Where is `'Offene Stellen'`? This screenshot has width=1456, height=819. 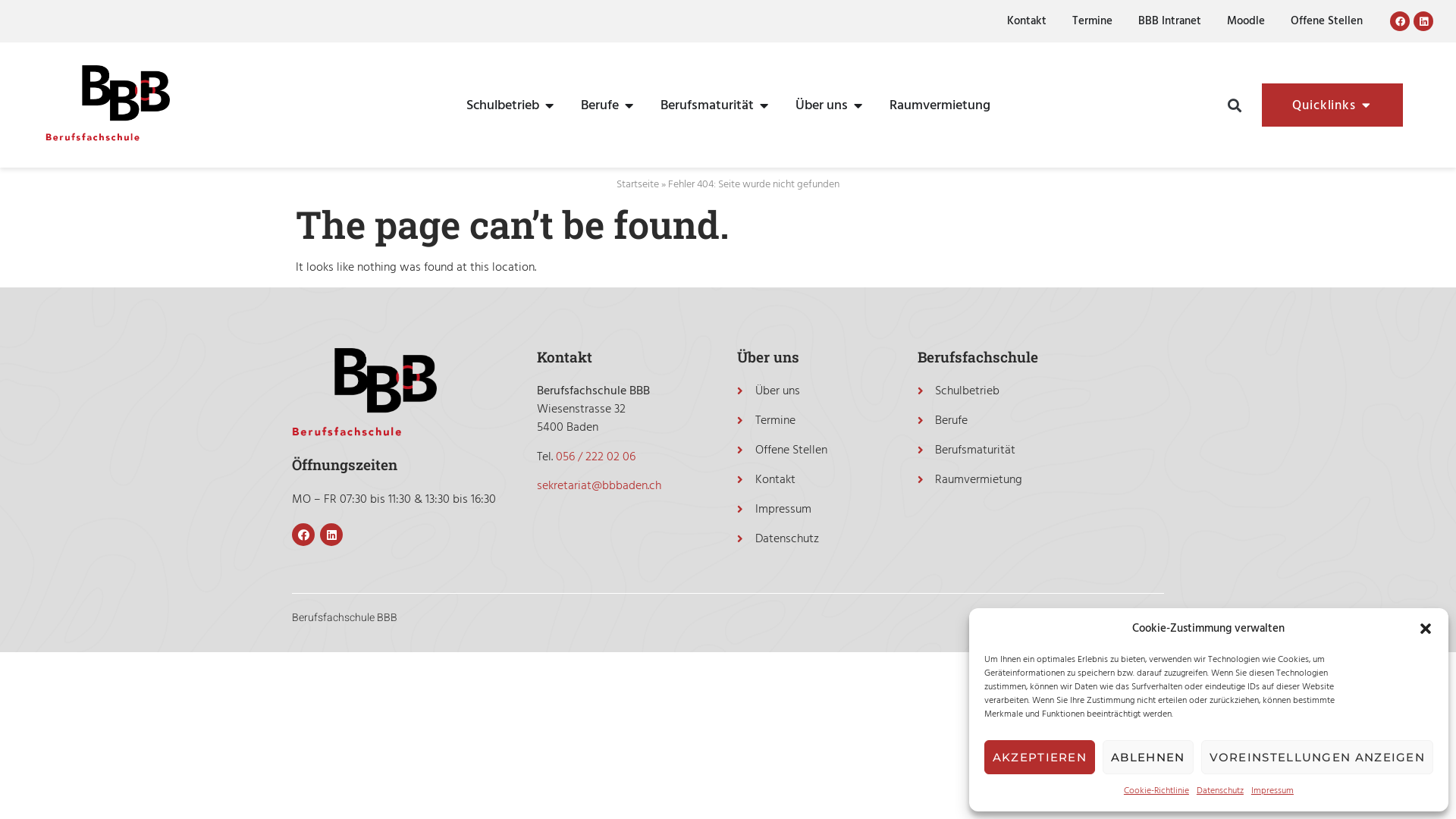
'Offene Stellen' is located at coordinates (1326, 20).